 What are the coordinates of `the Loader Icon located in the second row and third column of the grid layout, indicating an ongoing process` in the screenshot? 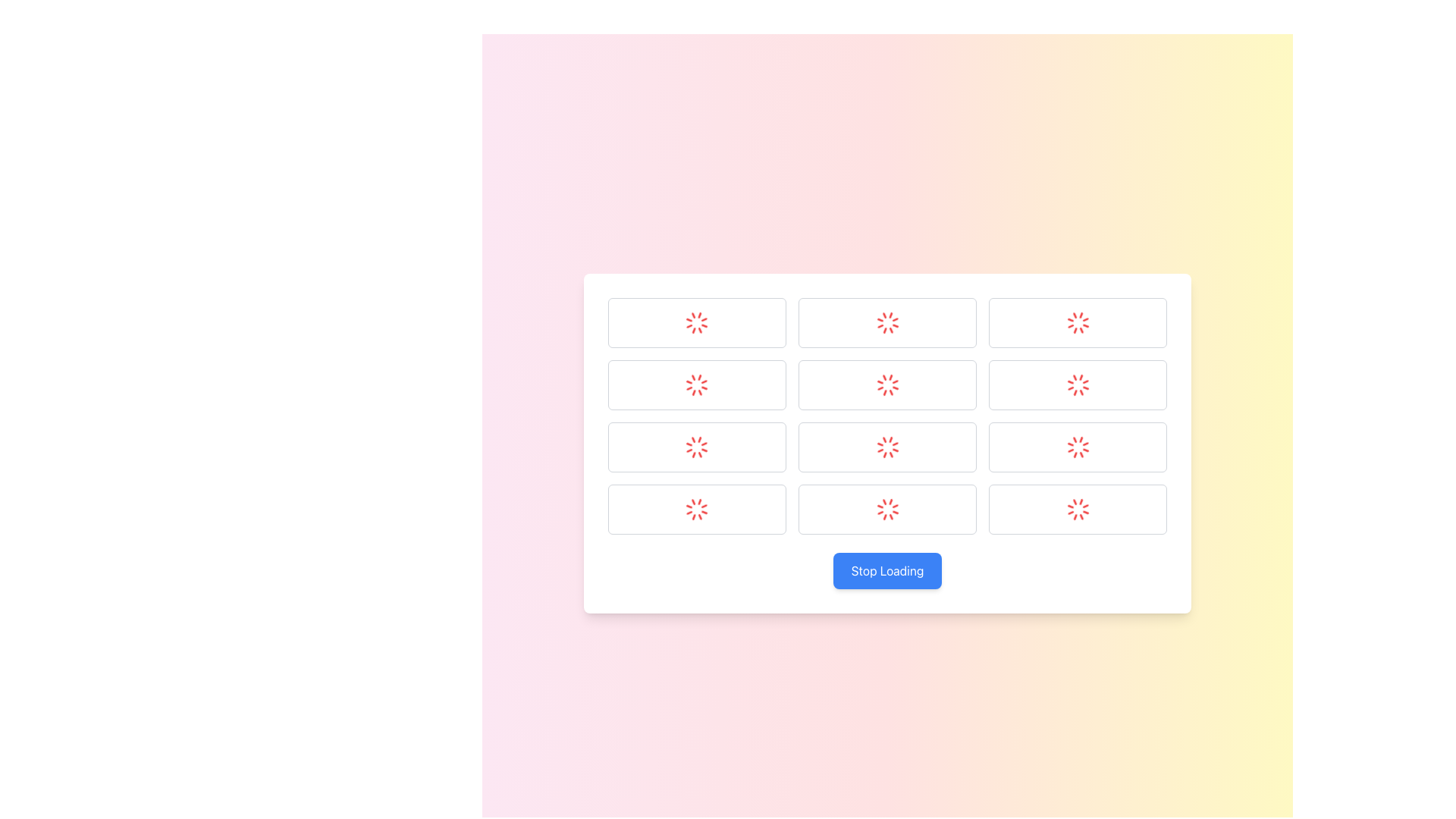 It's located at (1077, 384).